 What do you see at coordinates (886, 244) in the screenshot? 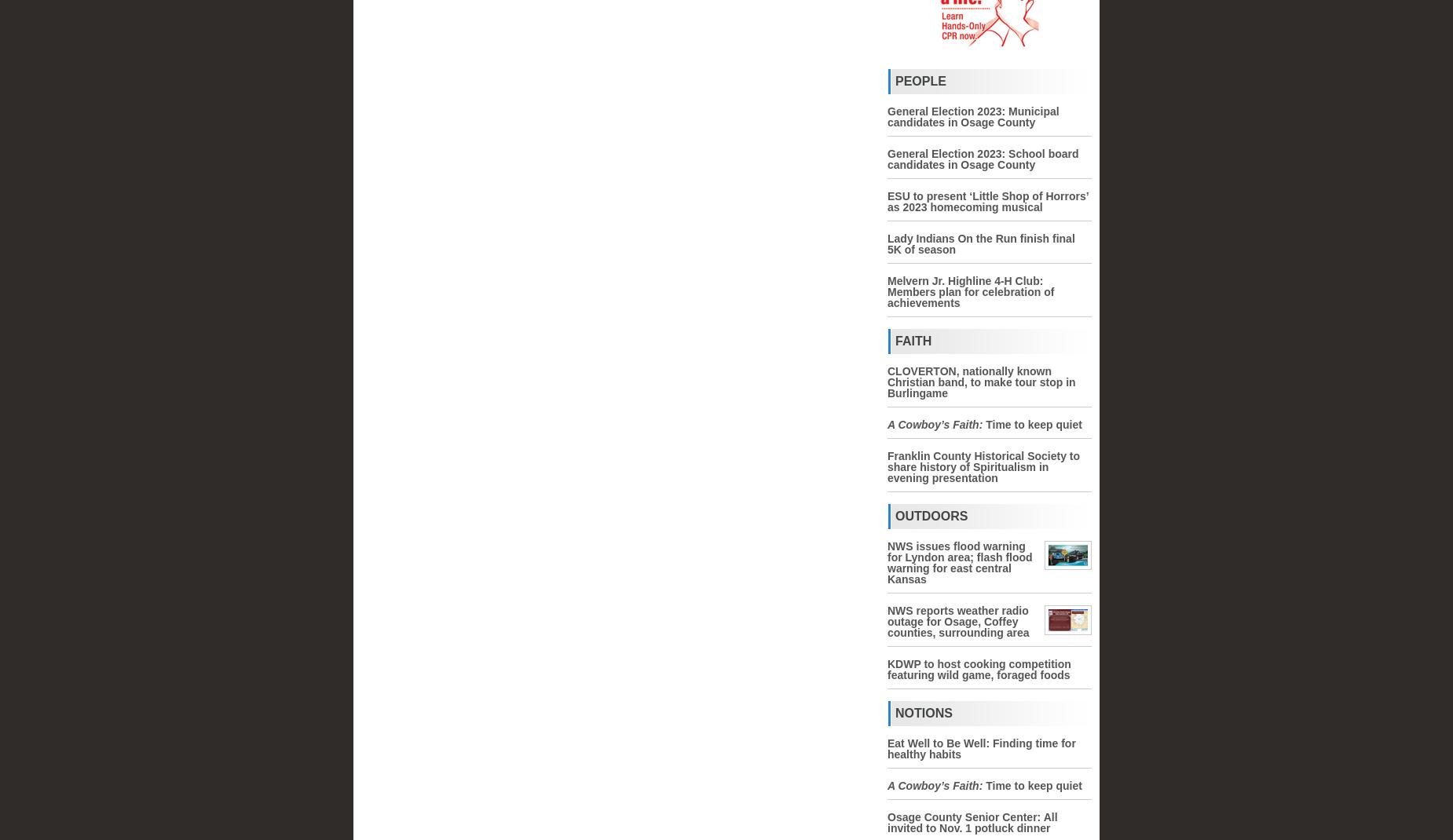
I see `'Lady Indians On the Run finish final 5K of season'` at bounding box center [886, 244].